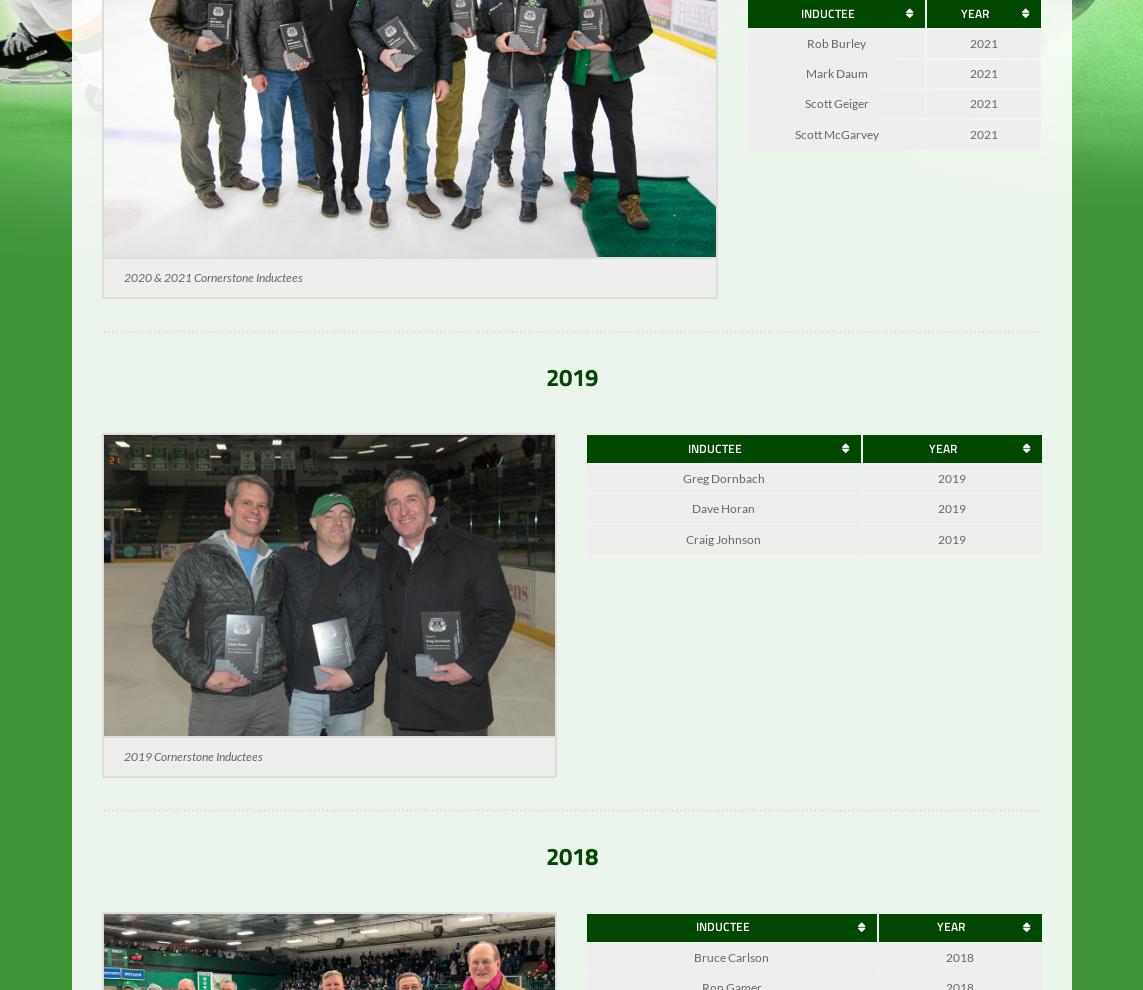 This screenshot has width=1143, height=990. What do you see at coordinates (834, 87) in the screenshot?
I see `'Mark Daum'` at bounding box center [834, 87].